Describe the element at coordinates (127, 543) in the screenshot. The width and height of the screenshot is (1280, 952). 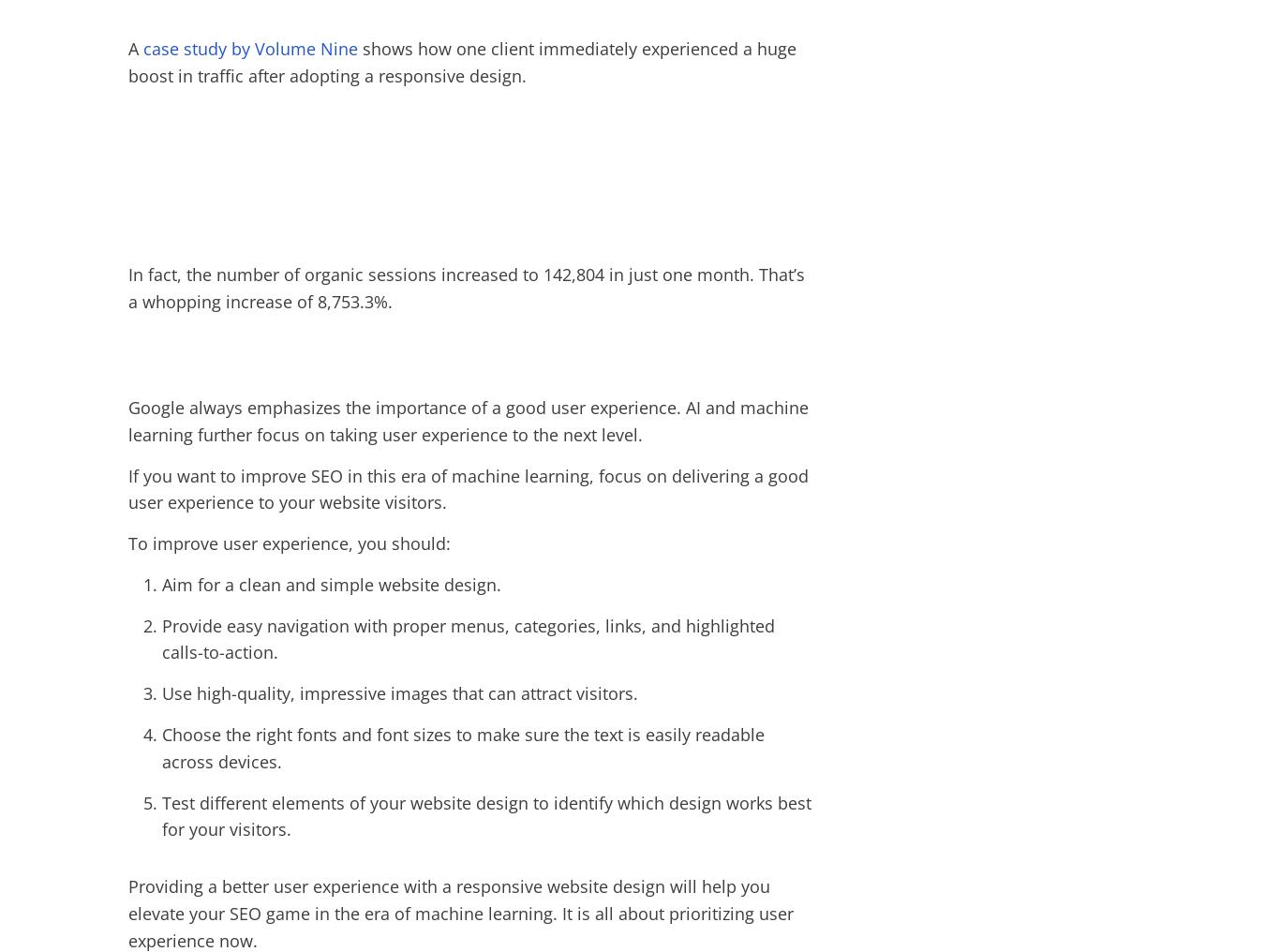
I see `'To improve user experience, you should:'` at that location.